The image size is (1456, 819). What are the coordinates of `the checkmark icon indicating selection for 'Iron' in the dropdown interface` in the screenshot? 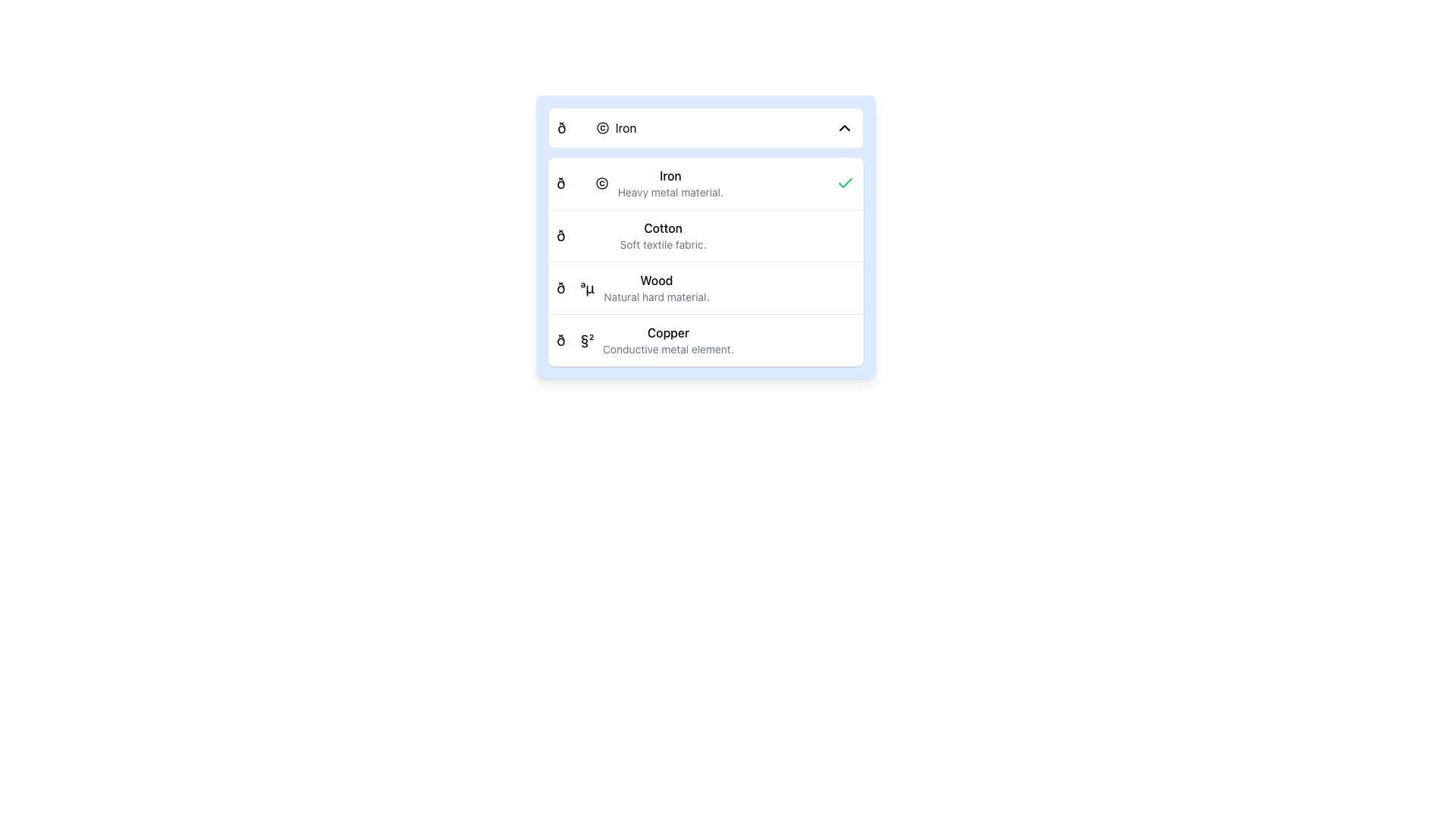 It's located at (844, 182).